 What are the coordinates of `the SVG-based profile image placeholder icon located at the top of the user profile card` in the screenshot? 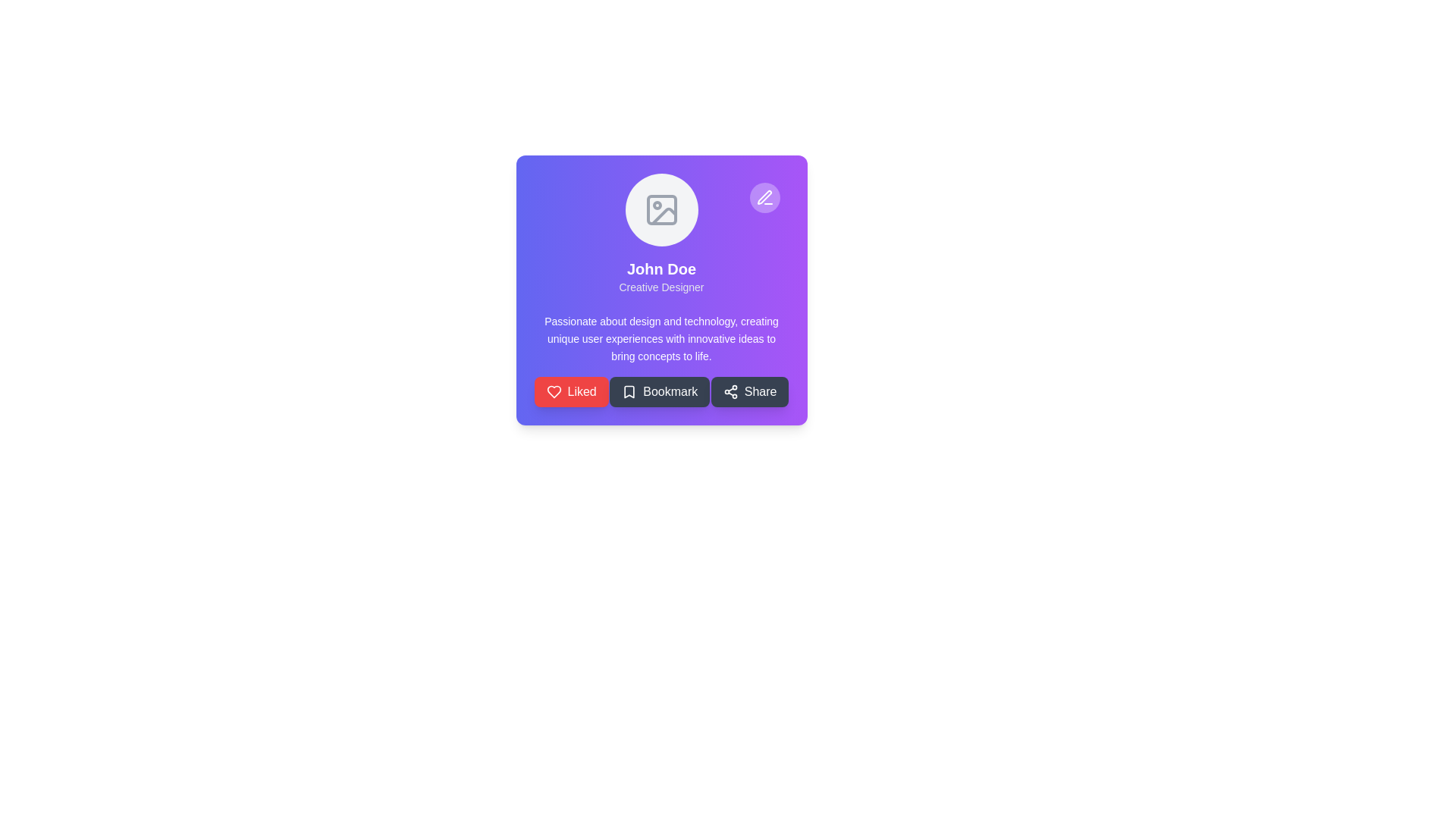 It's located at (661, 210).